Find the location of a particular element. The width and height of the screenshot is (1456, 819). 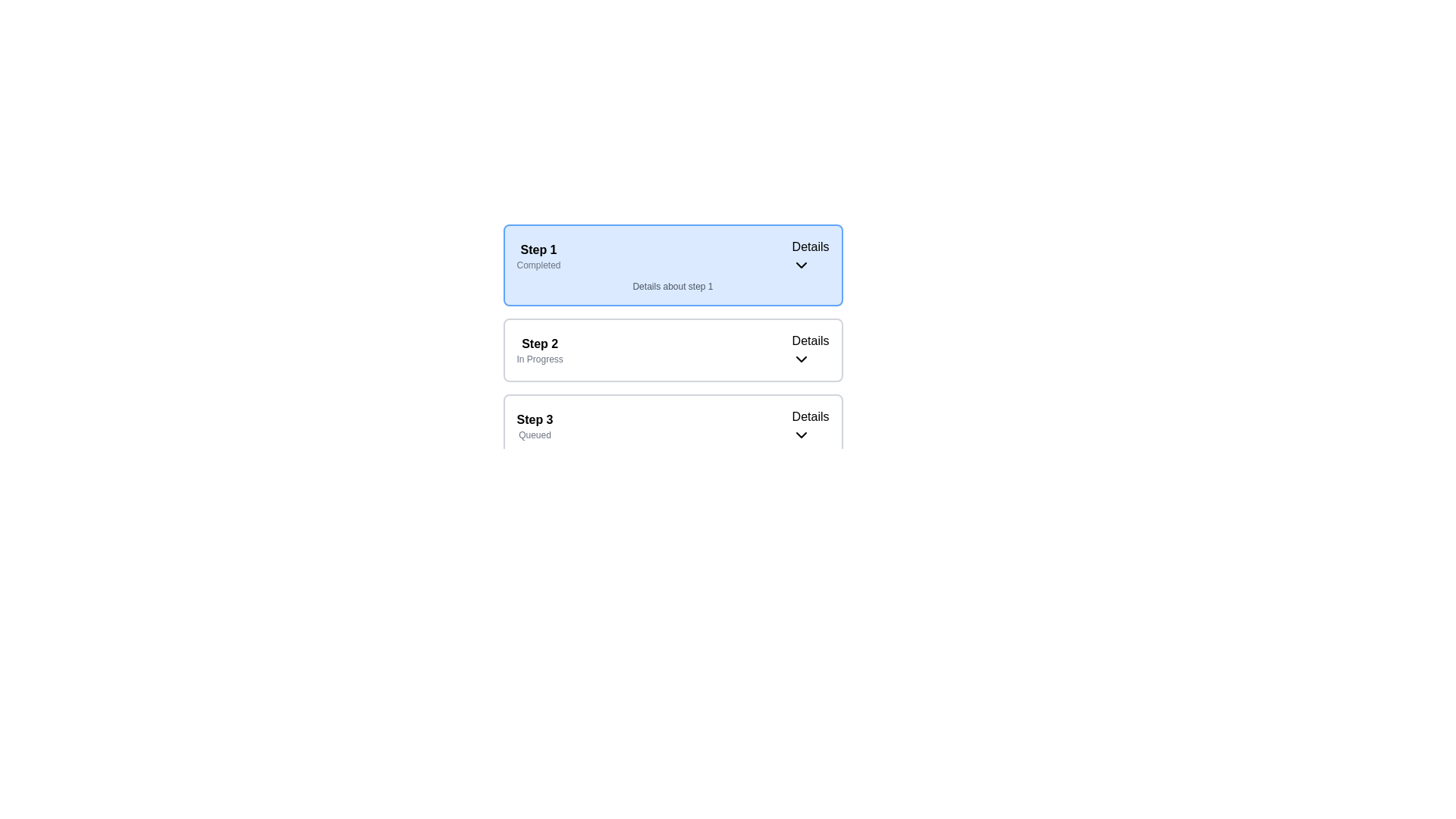

the toggle/dropdown indicator located in the top-right corner of the 'Step 1' section, following the text 'Step 1 Completed' is located at coordinates (810, 256).